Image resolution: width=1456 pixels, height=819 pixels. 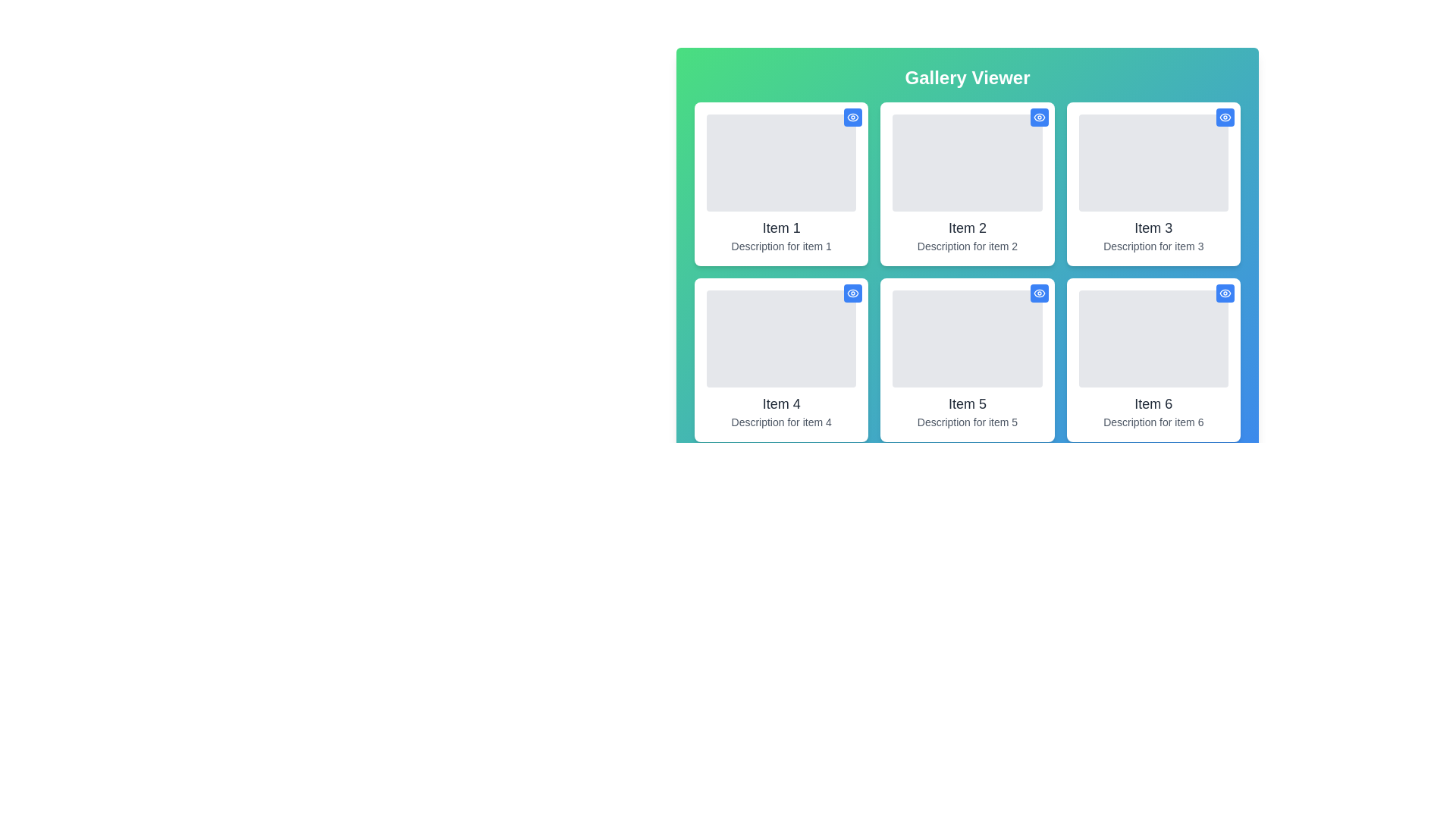 What do you see at coordinates (1225, 116) in the screenshot?
I see `the eye-shaped icon, which represents visibility, located at the top-right of the card labeled 'Item 3'` at bounding box center [1225, 116].